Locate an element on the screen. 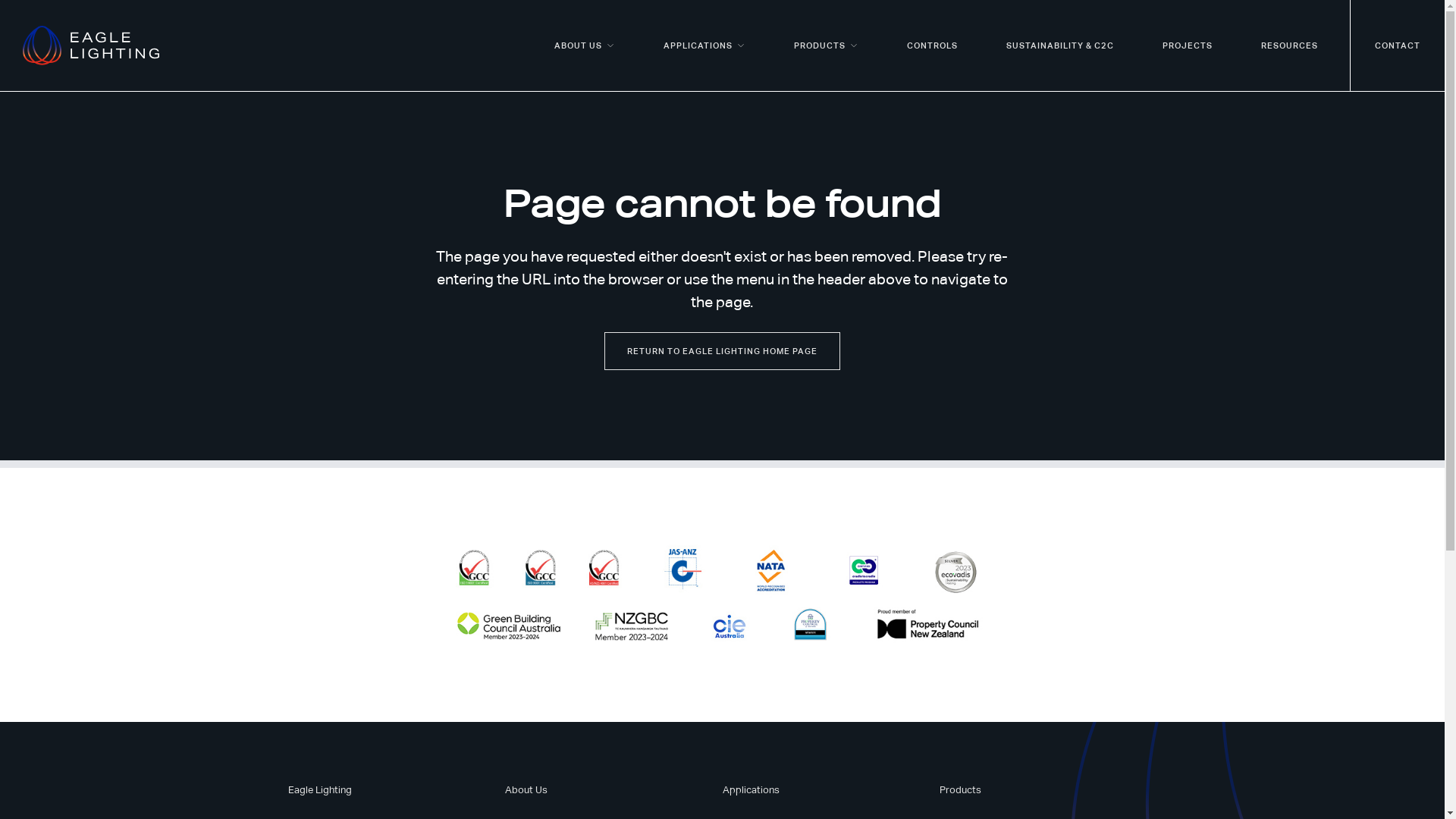  'CONTACT' is located at coordinates (1397, 45).